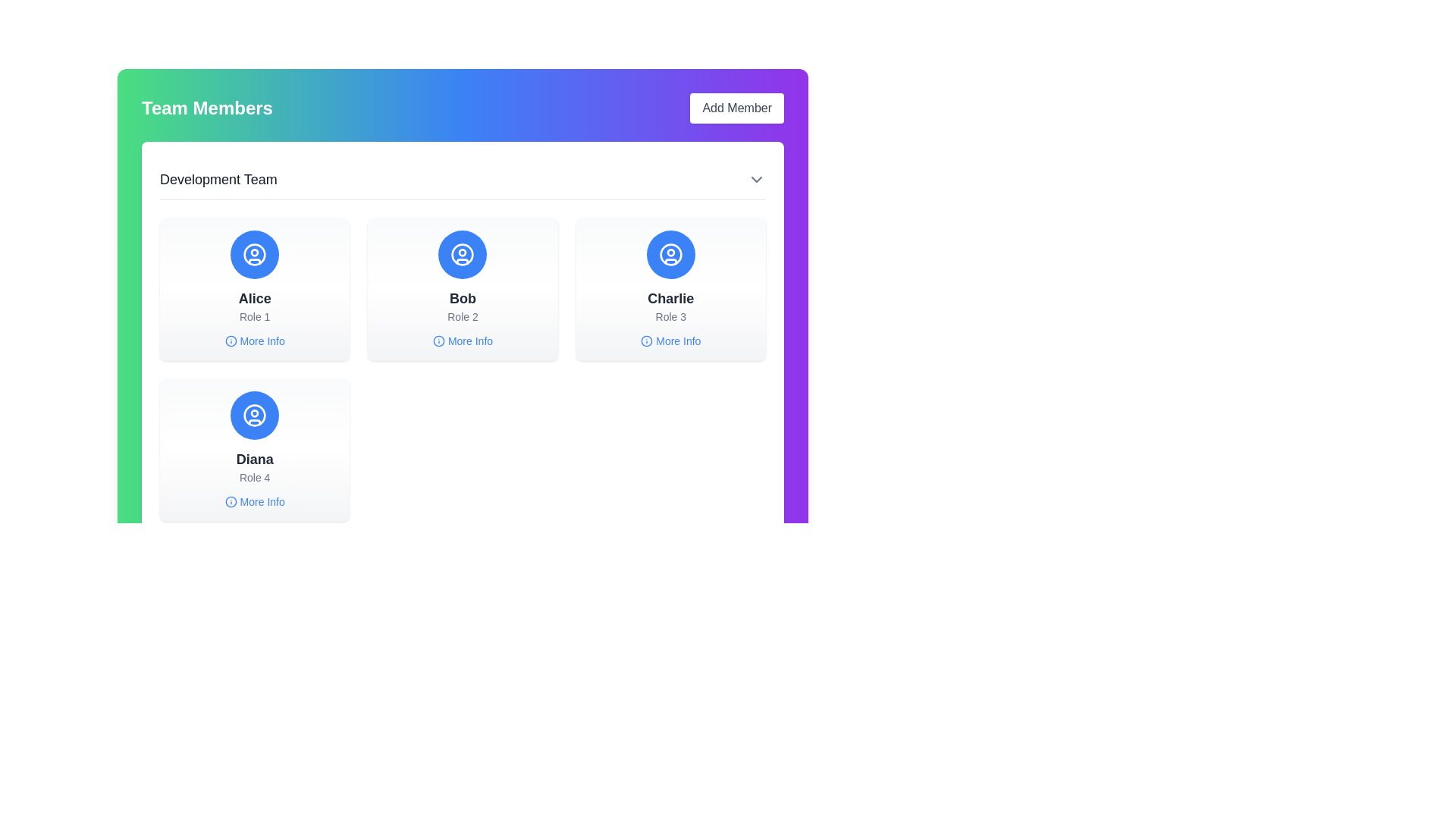 The height and width of the screenshot is (819, 1456). I want to click on the 'More Info' button which contains a circular dark blue outlined icon with a blue center and a white lowercase 'i' symbol, located under the third card in a horizontal list of profiles, so click(647, 341).